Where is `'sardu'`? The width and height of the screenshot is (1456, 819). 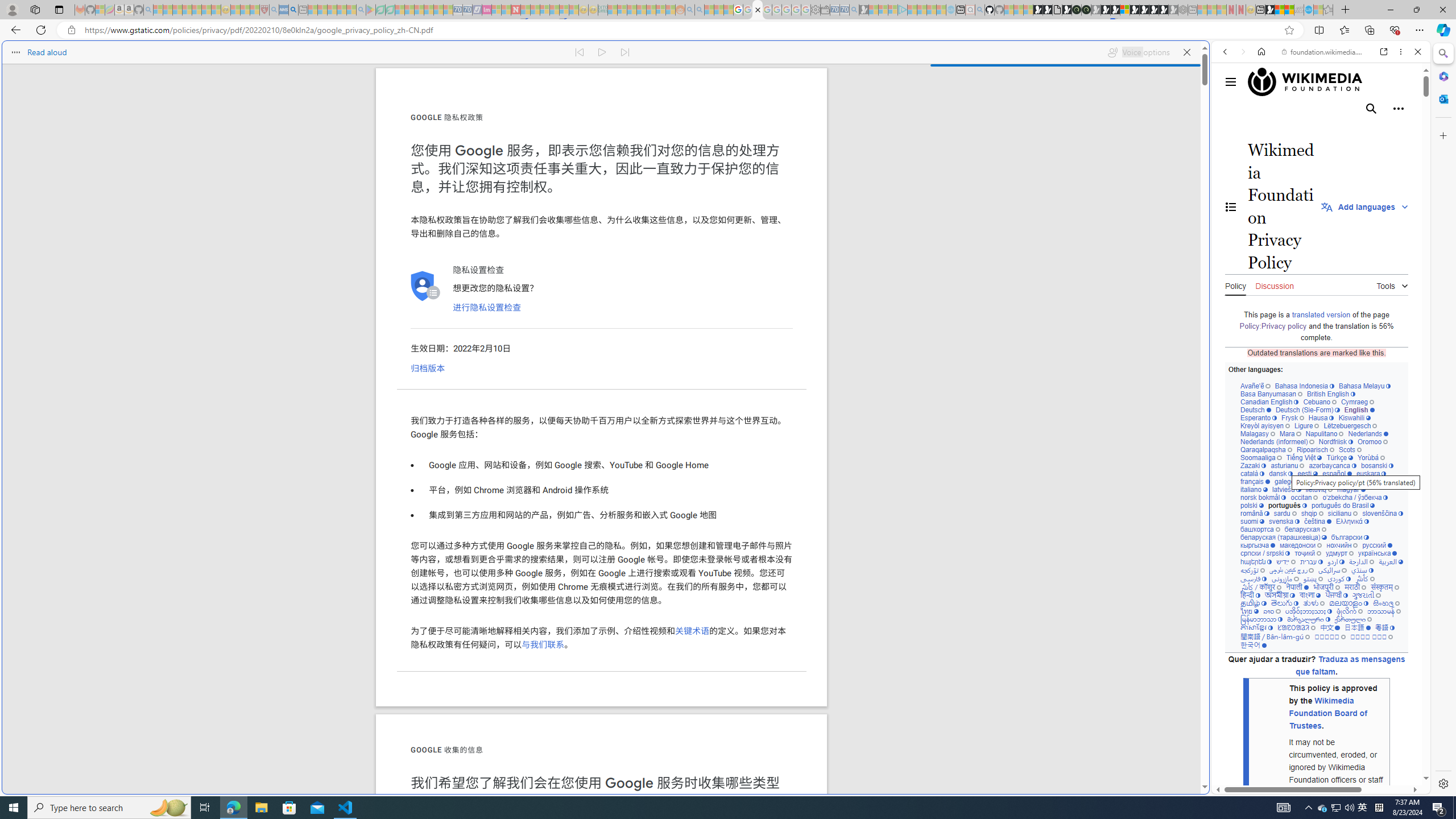
'sardu' is located at coordinates (1285, 512).